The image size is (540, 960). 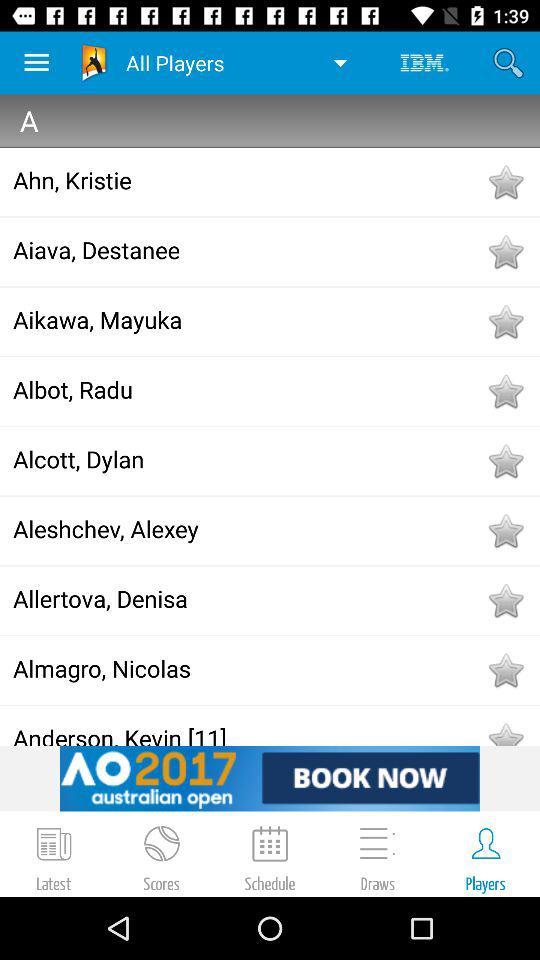 What do you see at coordinates (504, 670) in the screenshot?
I see `favorite` at bounding box center [504, 670].